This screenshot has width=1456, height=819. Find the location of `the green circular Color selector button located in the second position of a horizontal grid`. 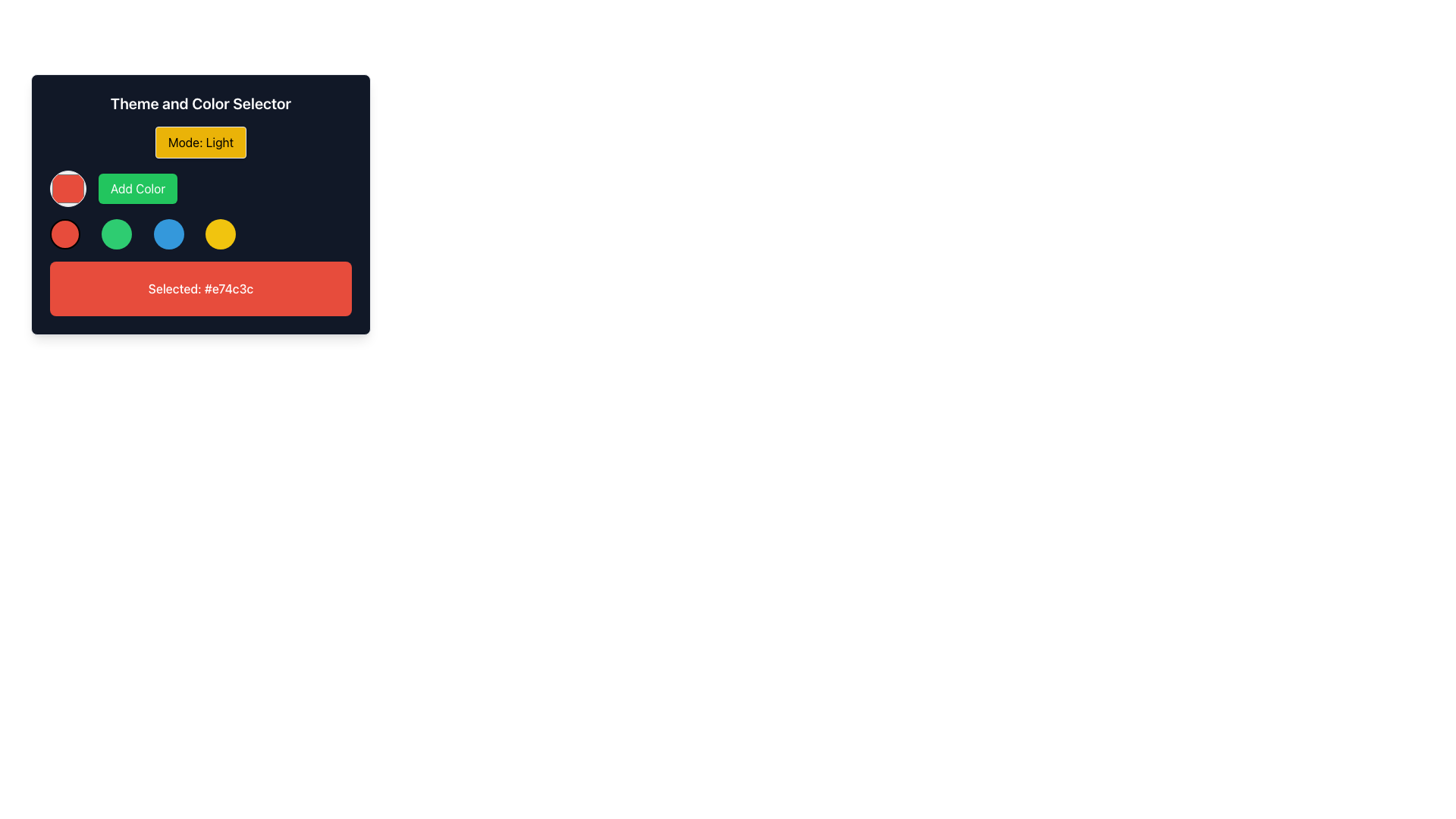

the green circular Color selector button located in the second position of a horizontal grid is located at coordinates (116, 234).